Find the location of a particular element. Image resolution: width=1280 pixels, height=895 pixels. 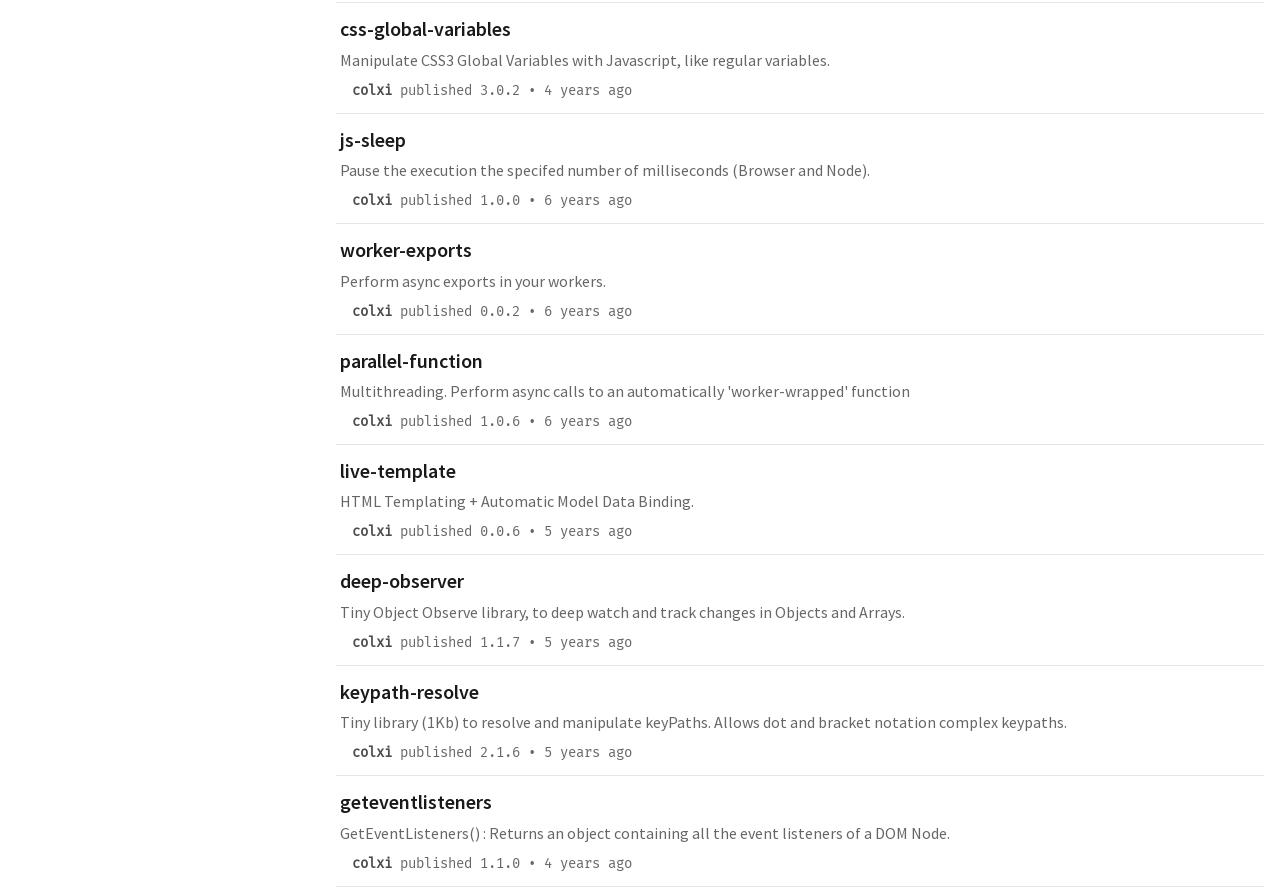

'Manipulate CSS3 Global Variables with Javascript, like regular variables.' is located at coordinates (583, 58).